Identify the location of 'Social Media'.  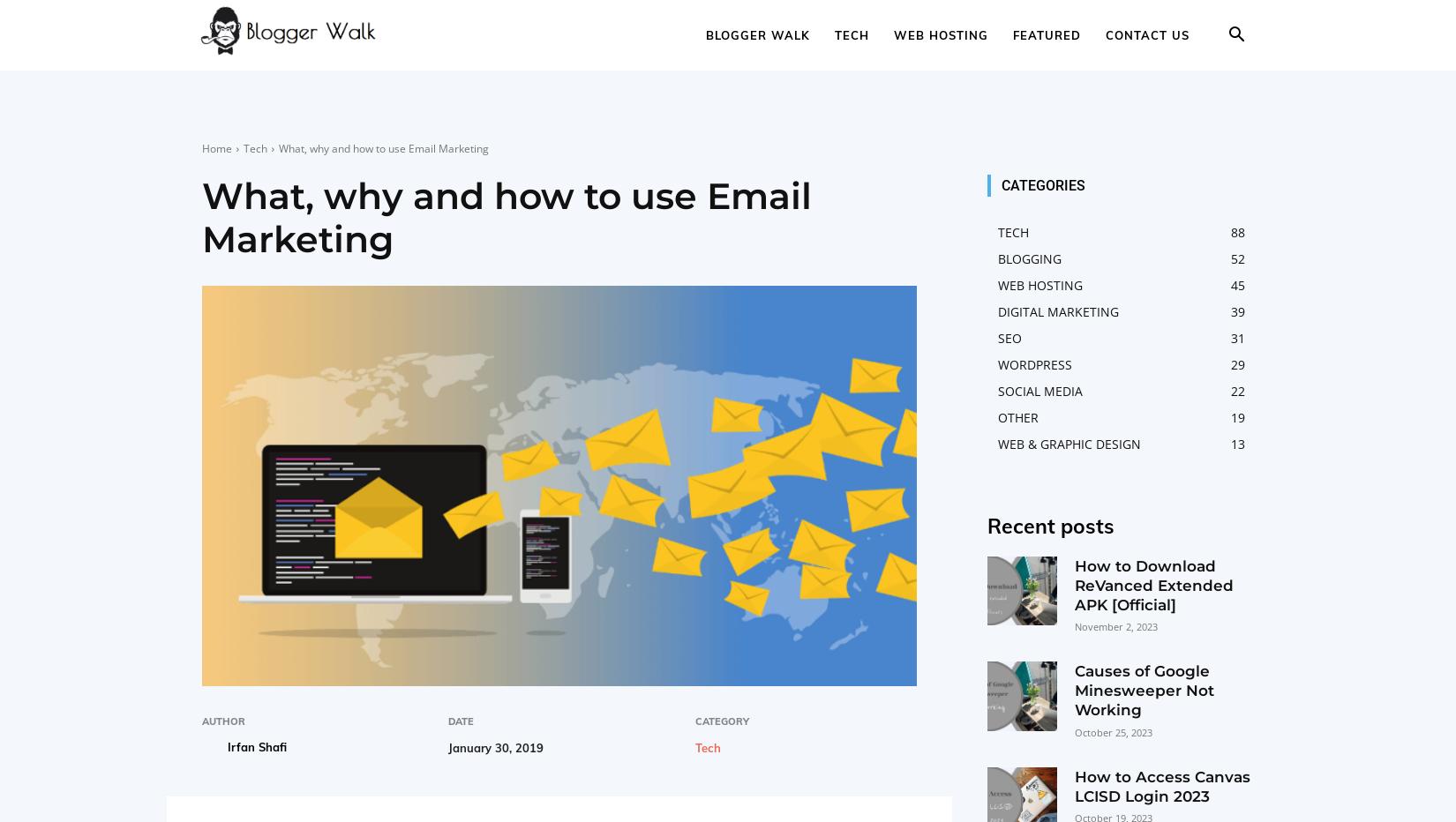
(1039, 391).